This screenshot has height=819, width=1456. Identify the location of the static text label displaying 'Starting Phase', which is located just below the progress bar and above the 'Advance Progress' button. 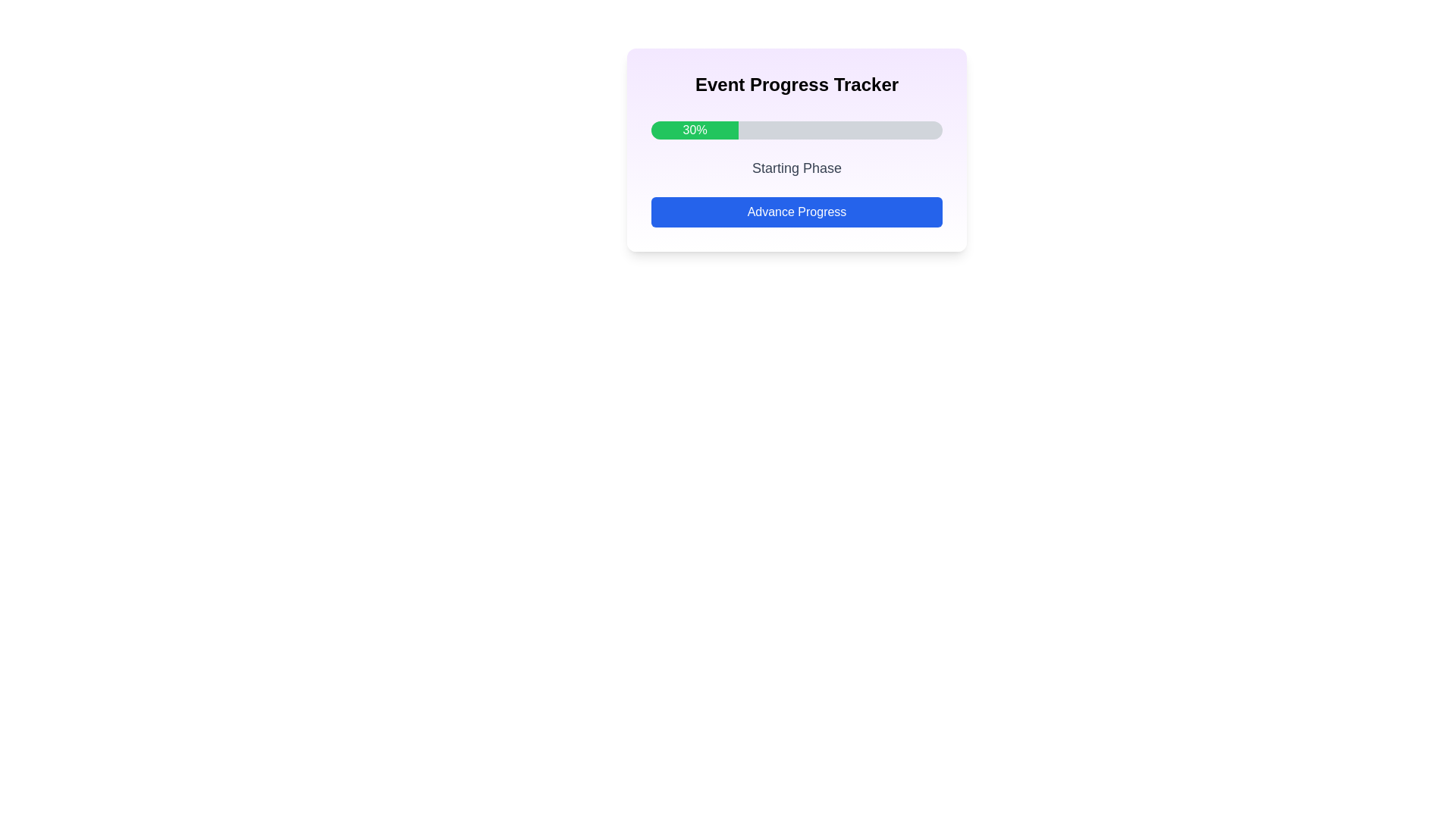
(796, 168).